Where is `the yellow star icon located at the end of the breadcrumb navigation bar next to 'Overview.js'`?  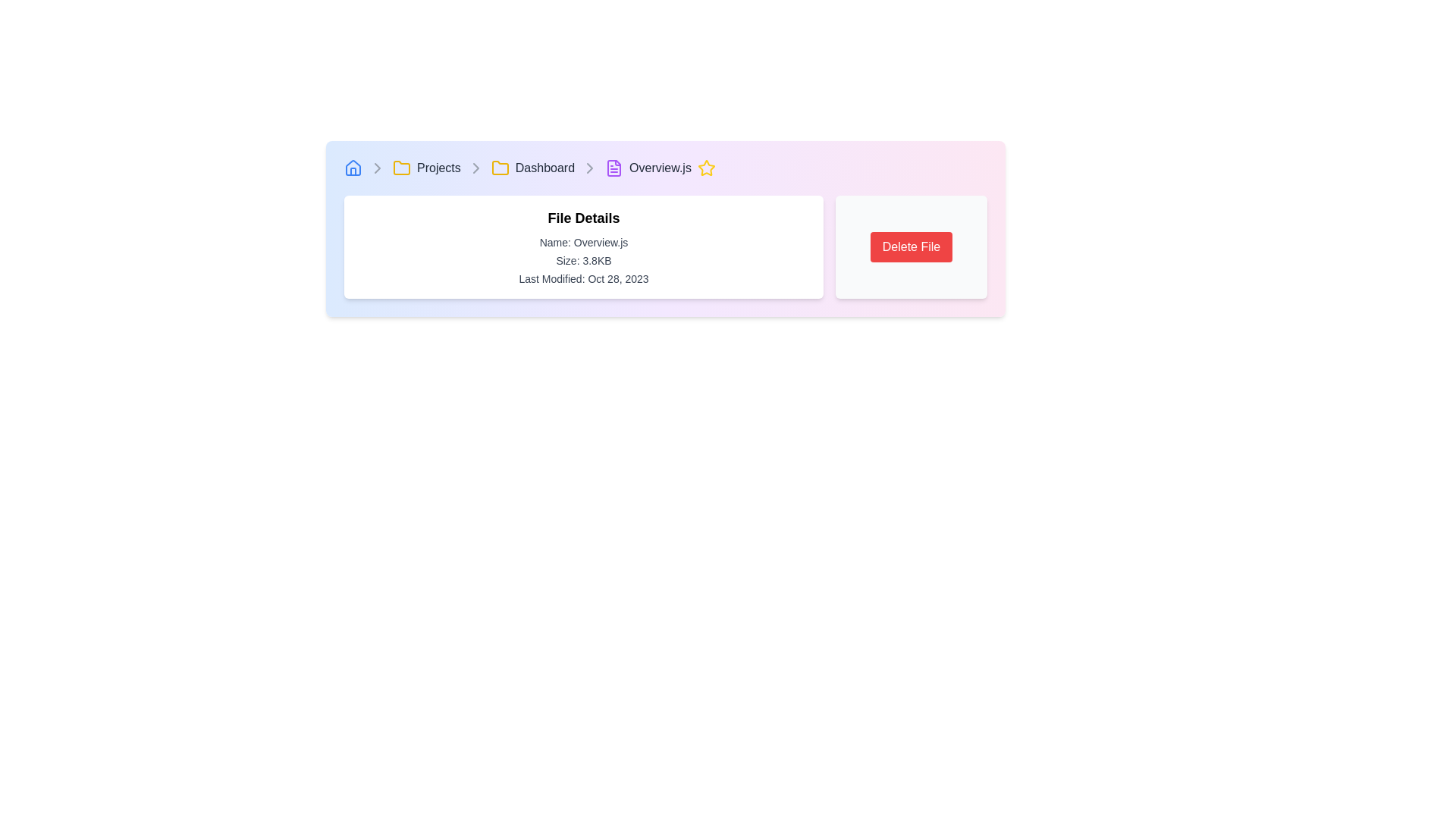
the yellow star icon located at the end of the breadcrumb navigation bar next to 'Overview.js' is located at coordinates (705, 168).